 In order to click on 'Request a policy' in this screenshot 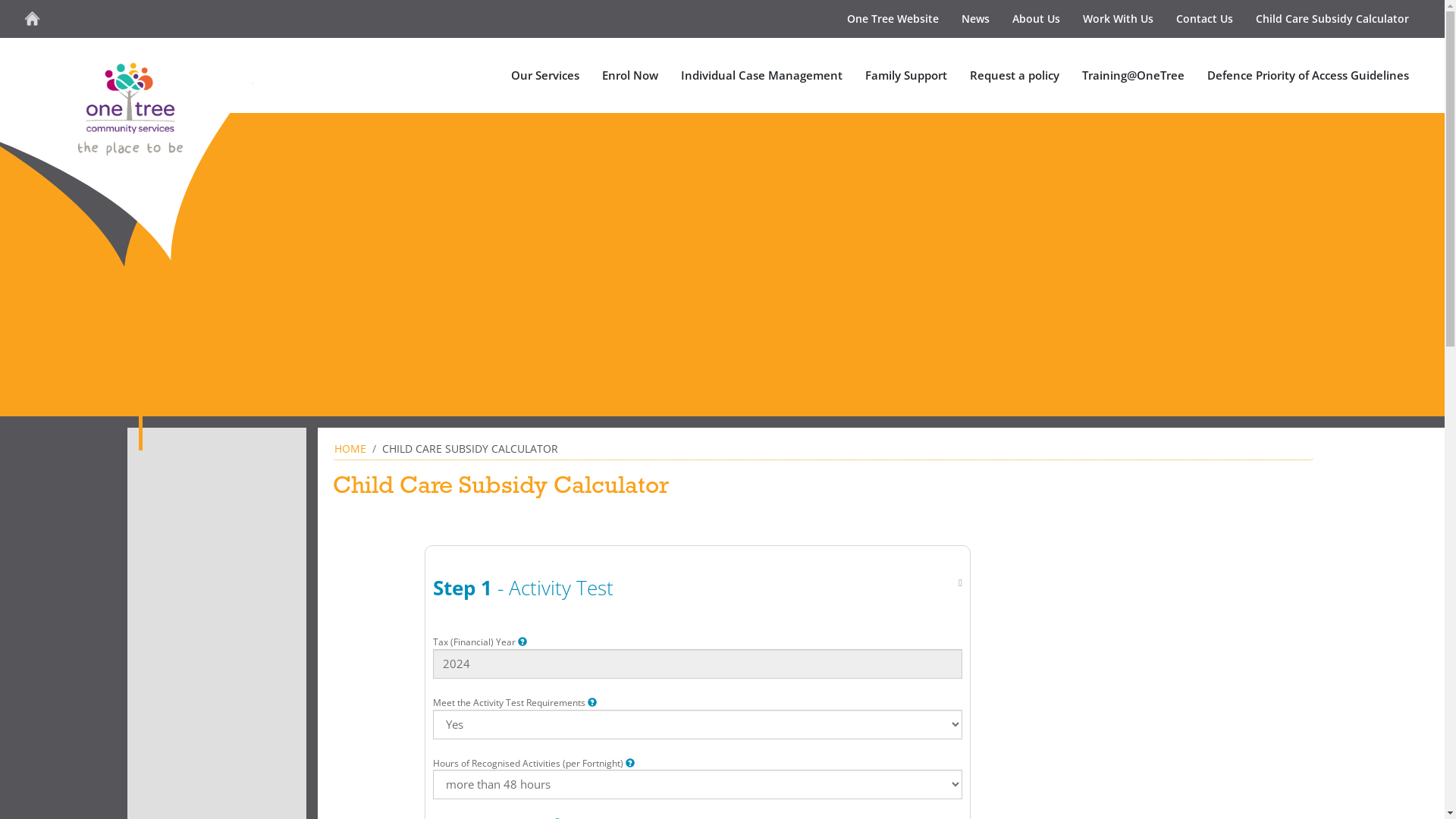, I will do `click(957, 75)`.